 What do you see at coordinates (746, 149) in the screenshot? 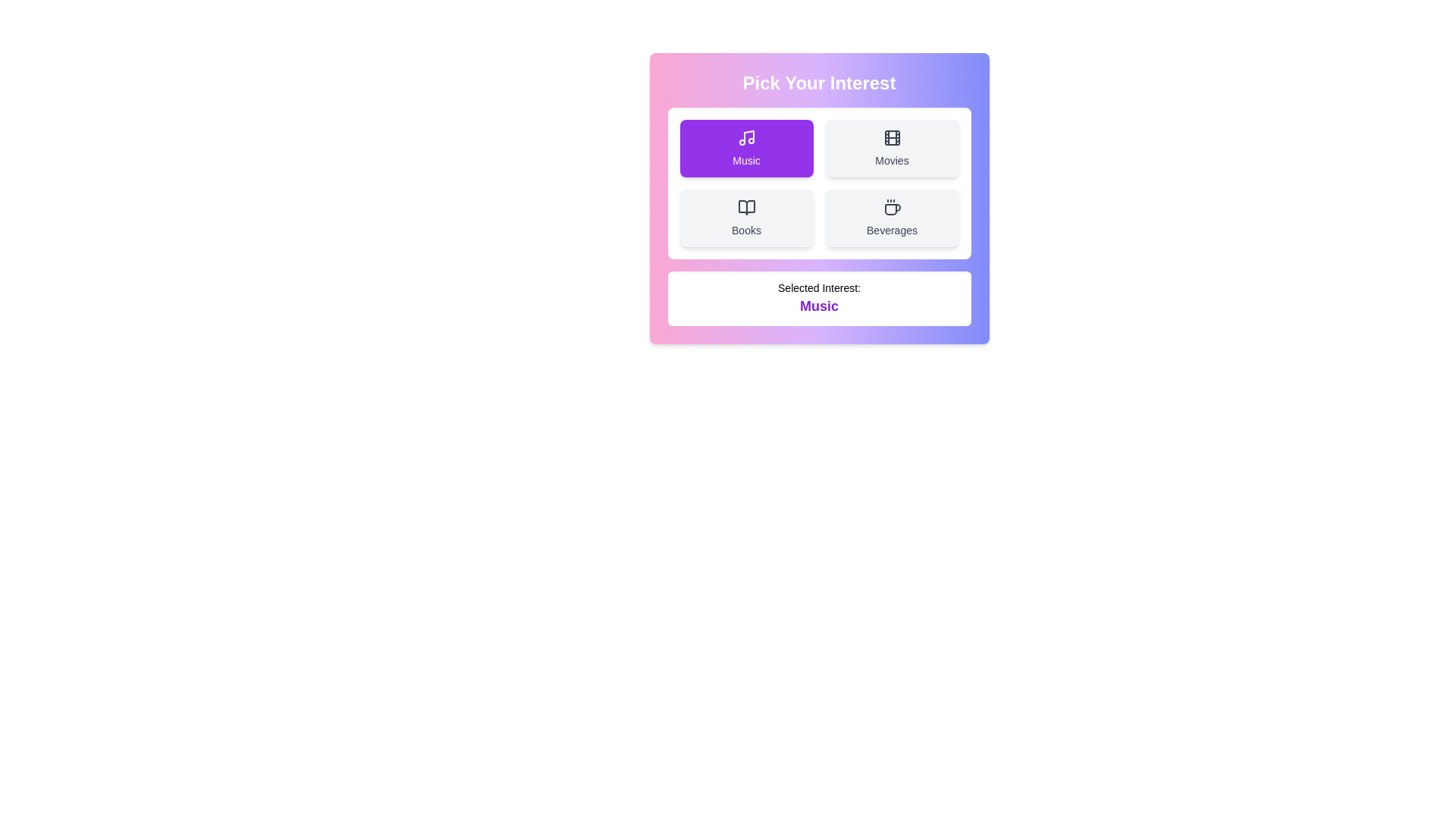
I see `the button corresponding to the interest Music` at bounding box center [746, 149].